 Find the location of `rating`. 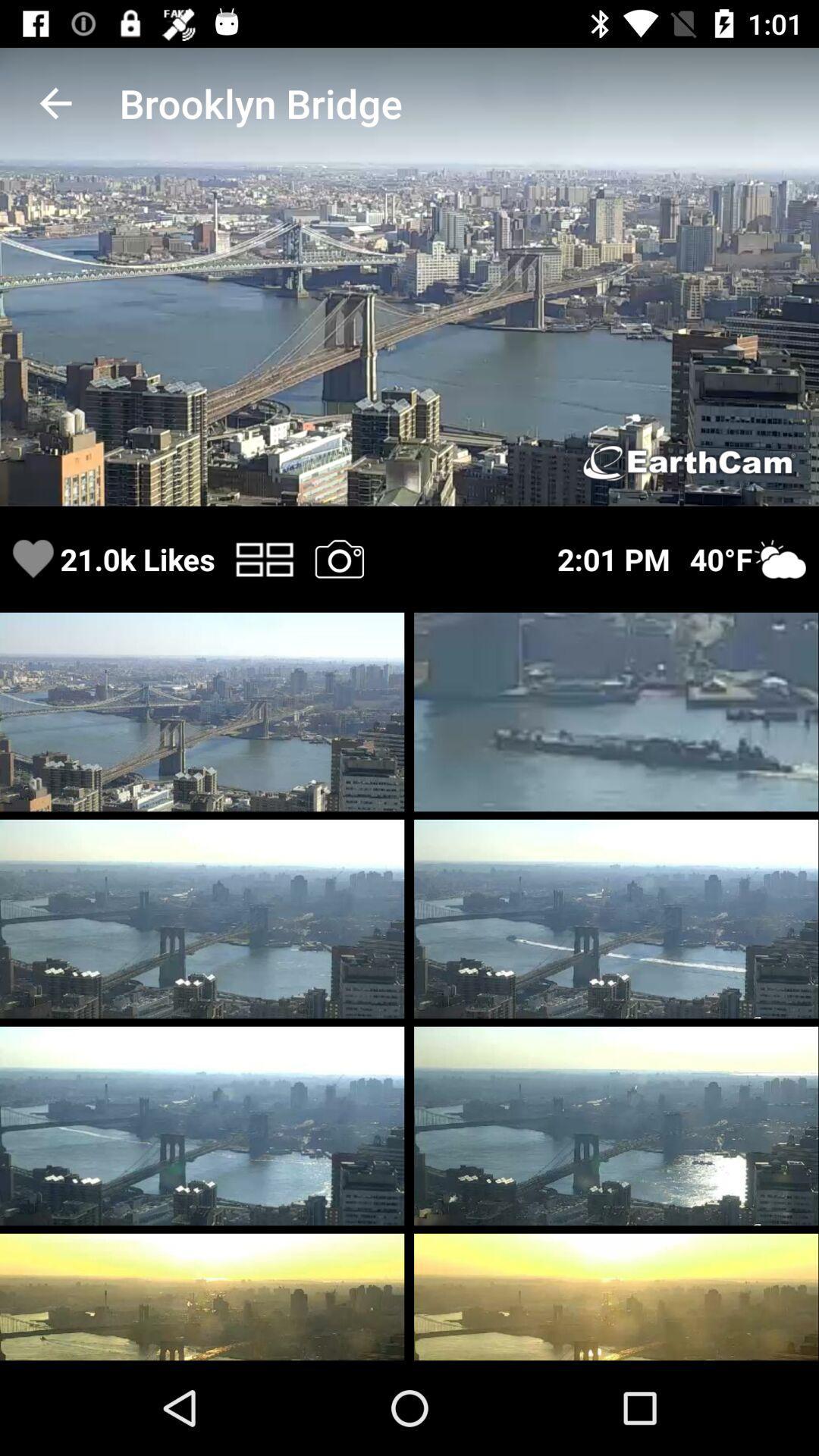

rating is located at coordinates (33, 558).